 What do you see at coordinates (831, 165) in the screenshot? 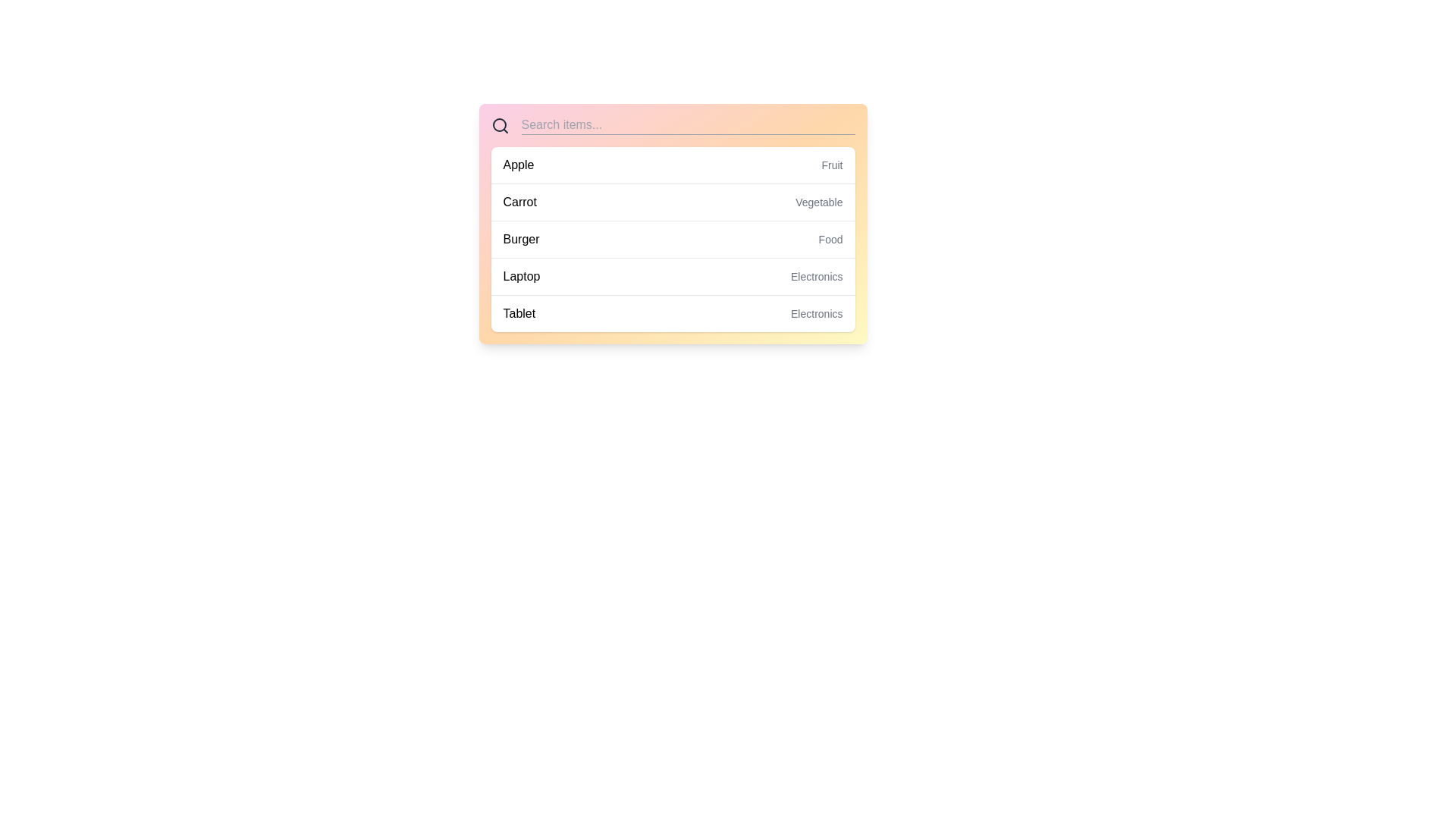
I see `the Text label that categorizes 'Apple' as 'Fruit', located at the top-right corner of its list item` at bounding box center [831, 165].